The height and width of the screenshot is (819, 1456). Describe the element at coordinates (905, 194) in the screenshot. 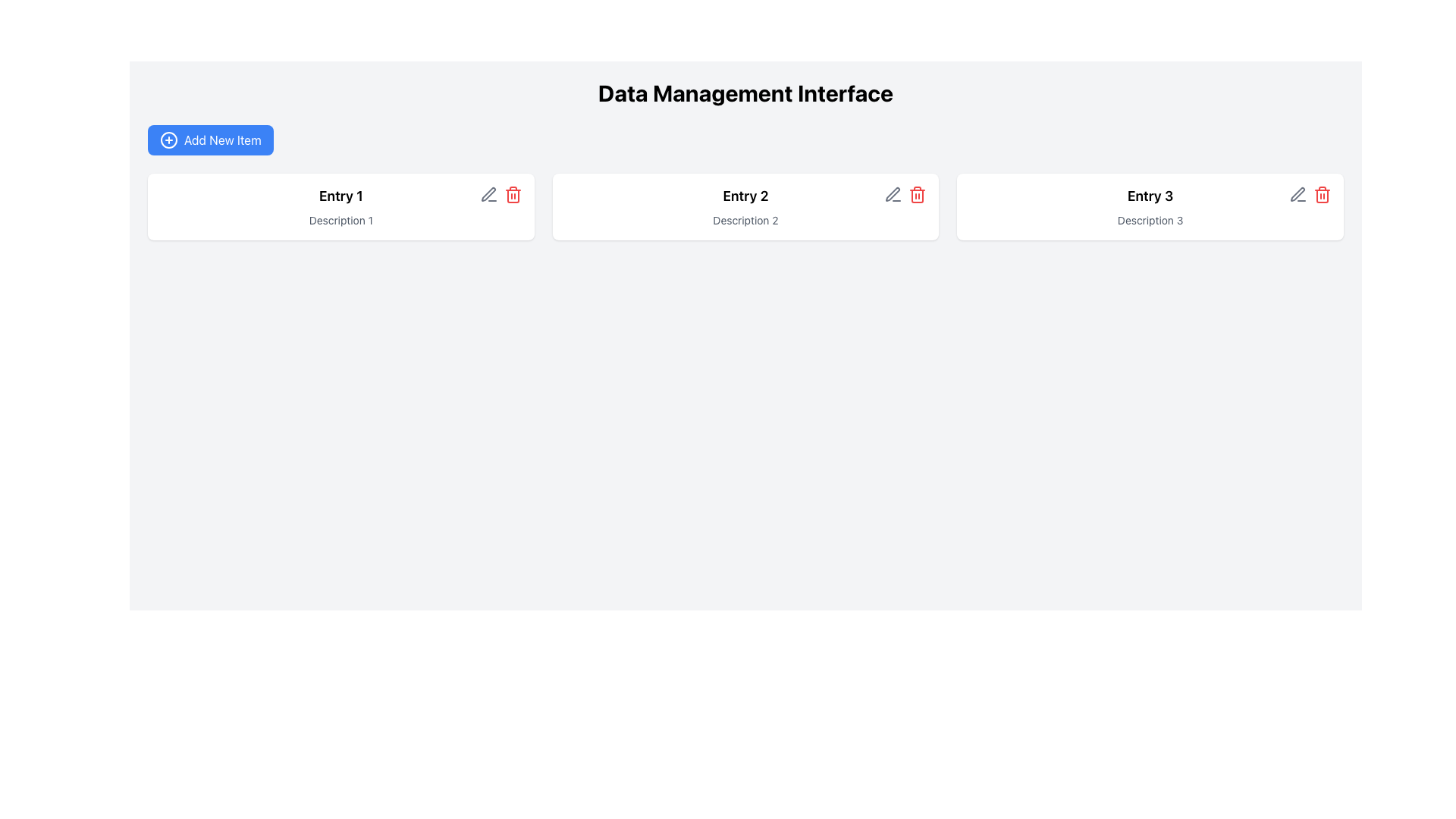

I see `the trash bin icon located at the top-right corner of the card labeled 'Entry 2' for deleting` at that location.